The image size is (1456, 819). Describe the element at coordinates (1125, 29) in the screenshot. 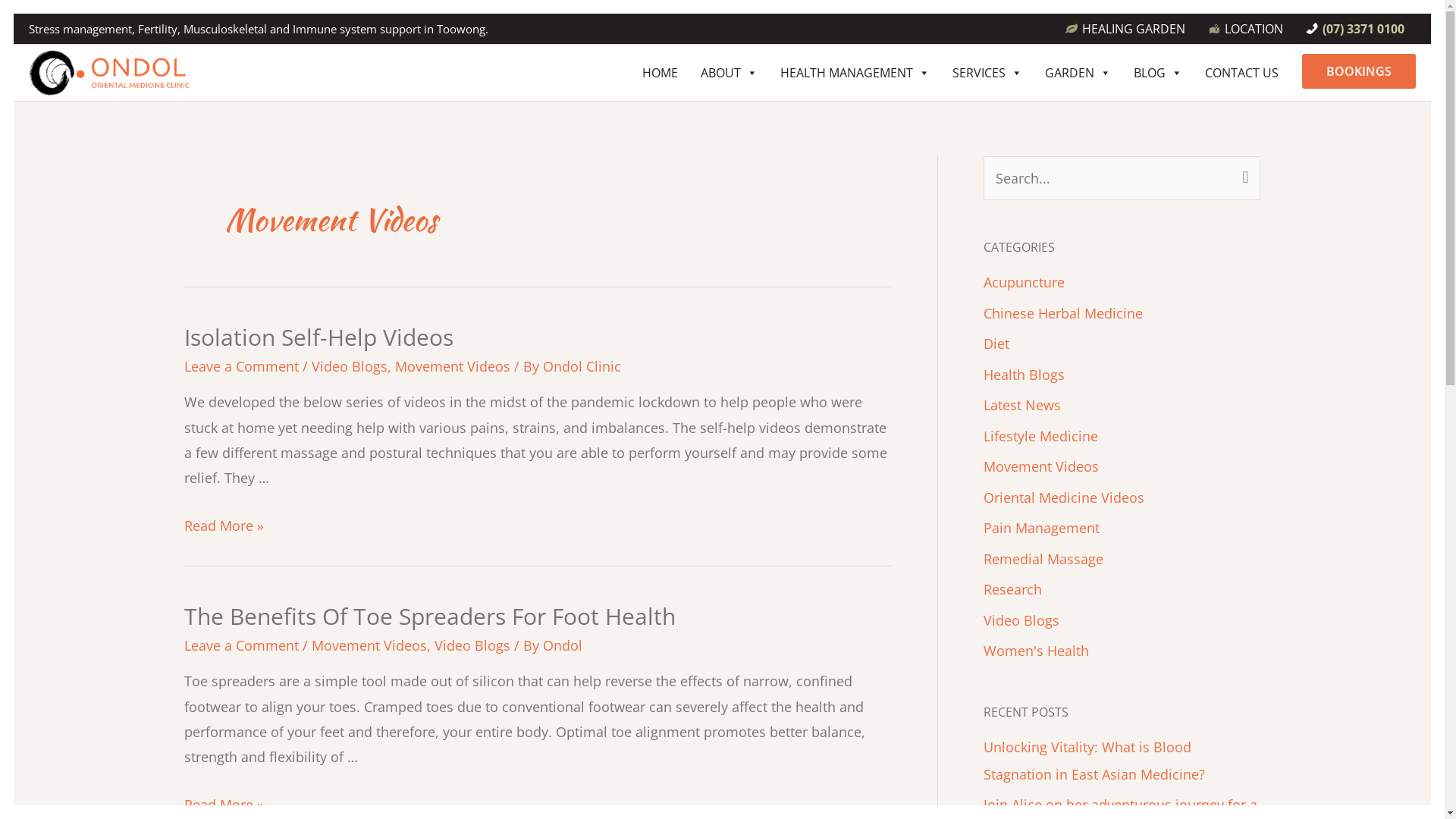

I see `'HEALING GARDEN'` at that location.